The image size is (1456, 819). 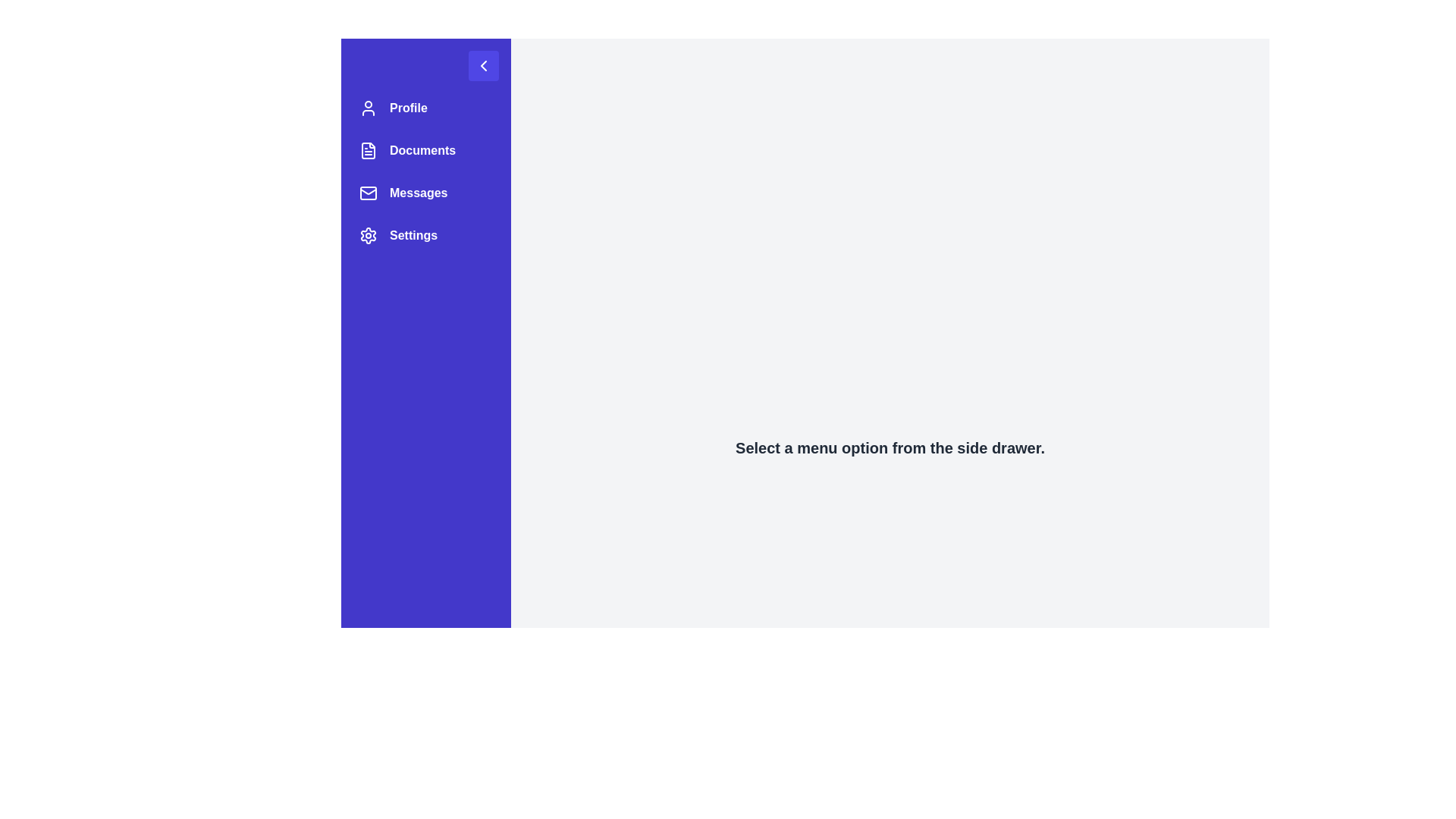 I want to click on the Navigation Button, which is the fourth entry in the vertical menu on the left side of the interface, so click(x=425, y=236).